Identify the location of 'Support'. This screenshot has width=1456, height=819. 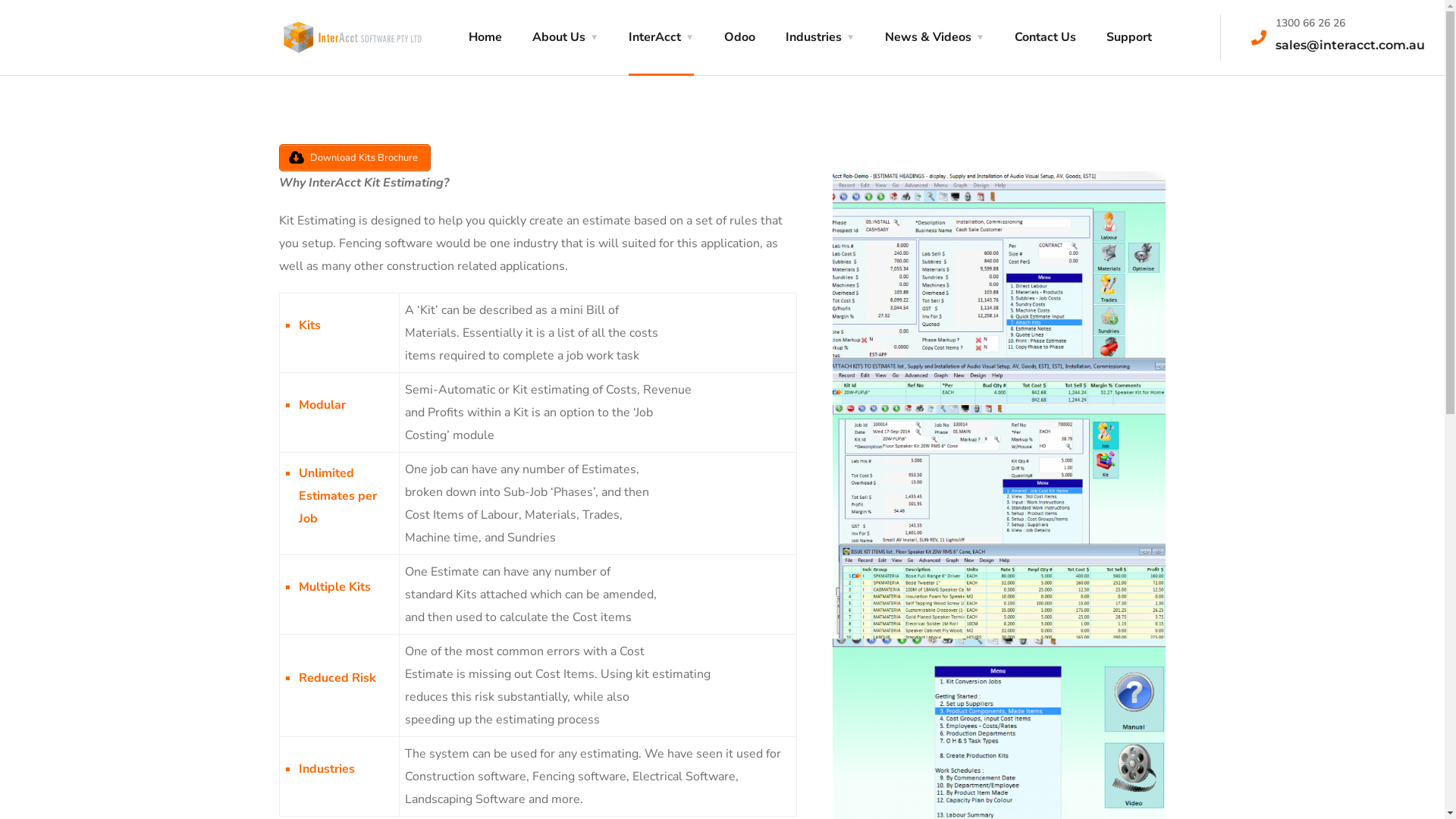
(1106, 36).